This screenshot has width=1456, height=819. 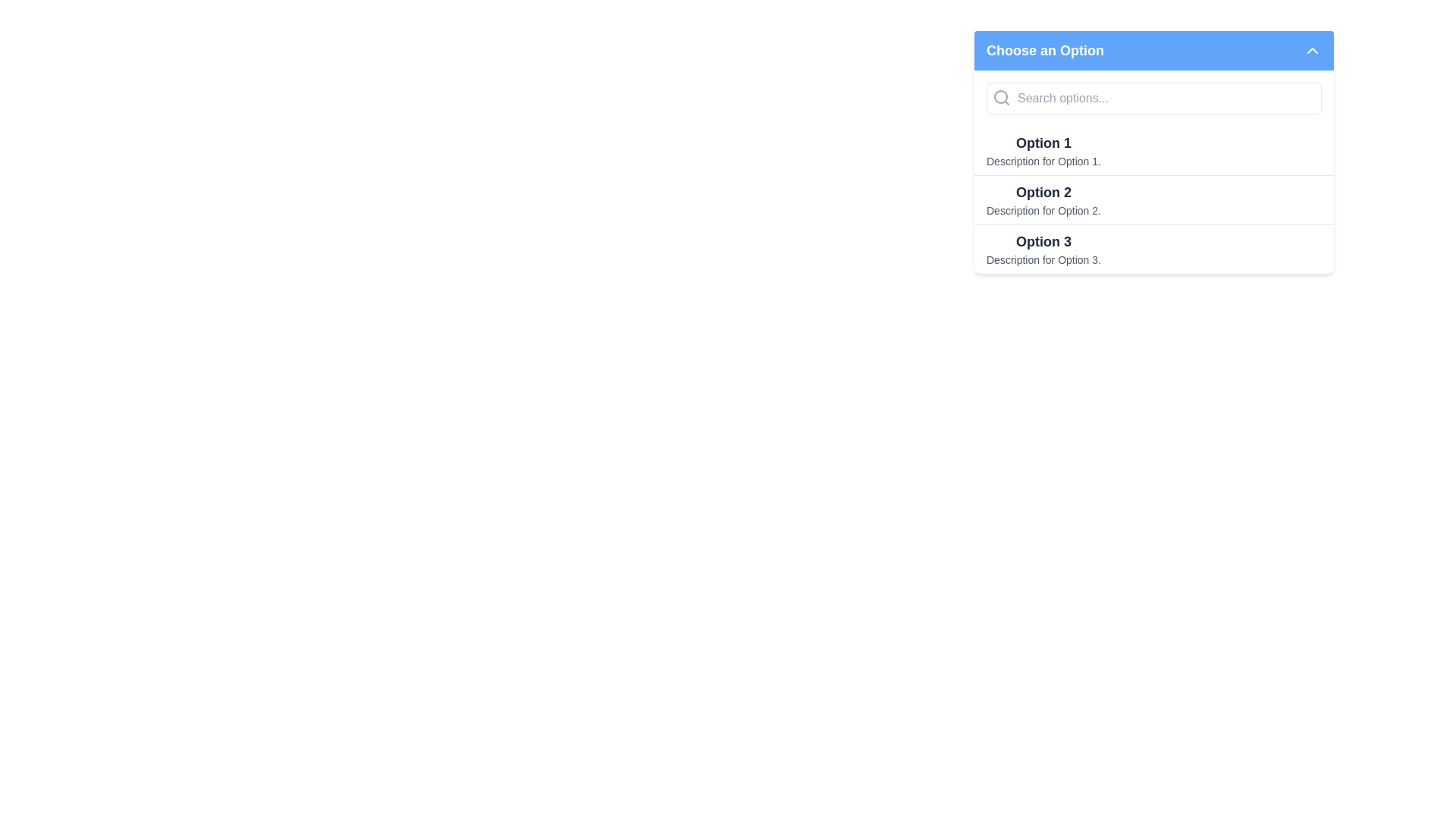 I want to click on the second option in the dropdown list, so click(x=1153, y=171).